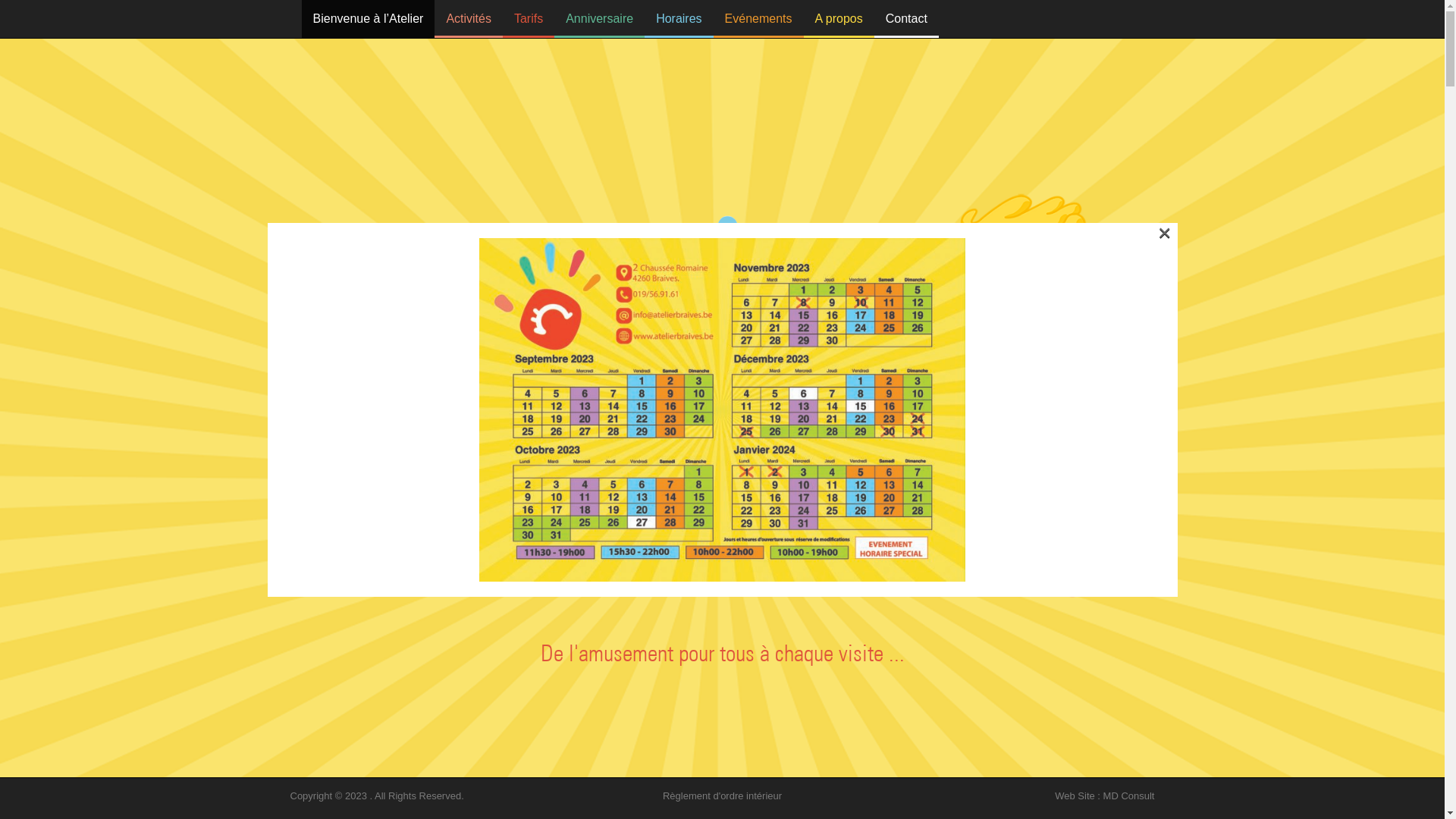 This screenshot has width=1456, height=819. What do you see at coordinates (906, 18) in the screenshot?
I see `'Contact'` at bounding box center [906, 18].